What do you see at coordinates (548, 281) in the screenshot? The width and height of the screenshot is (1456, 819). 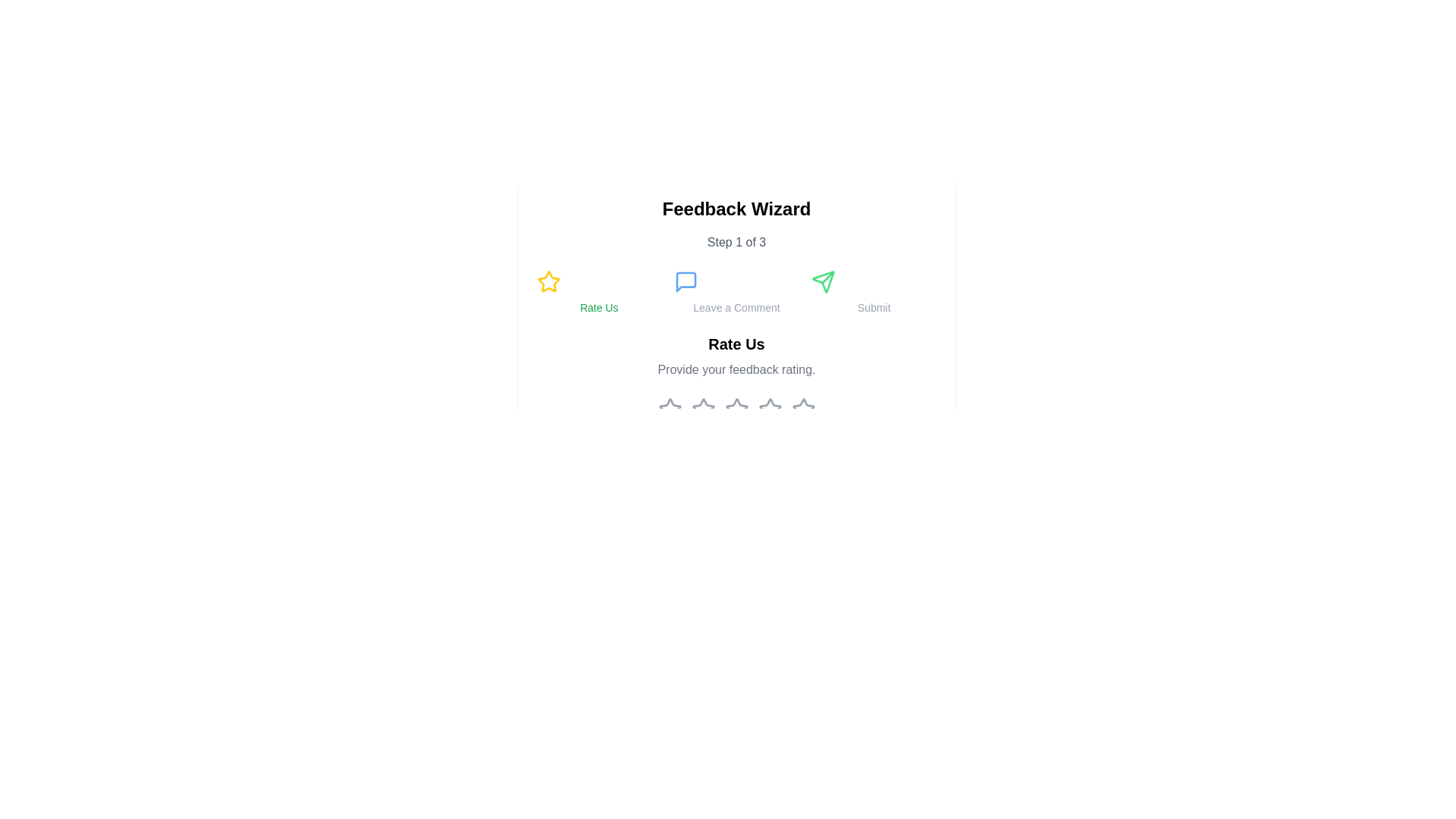 I see `the yellow star-shaped icon located on the far left of the first column of icons, which is associated with the 'Rate Us' label` at bounding box center [548, 281].